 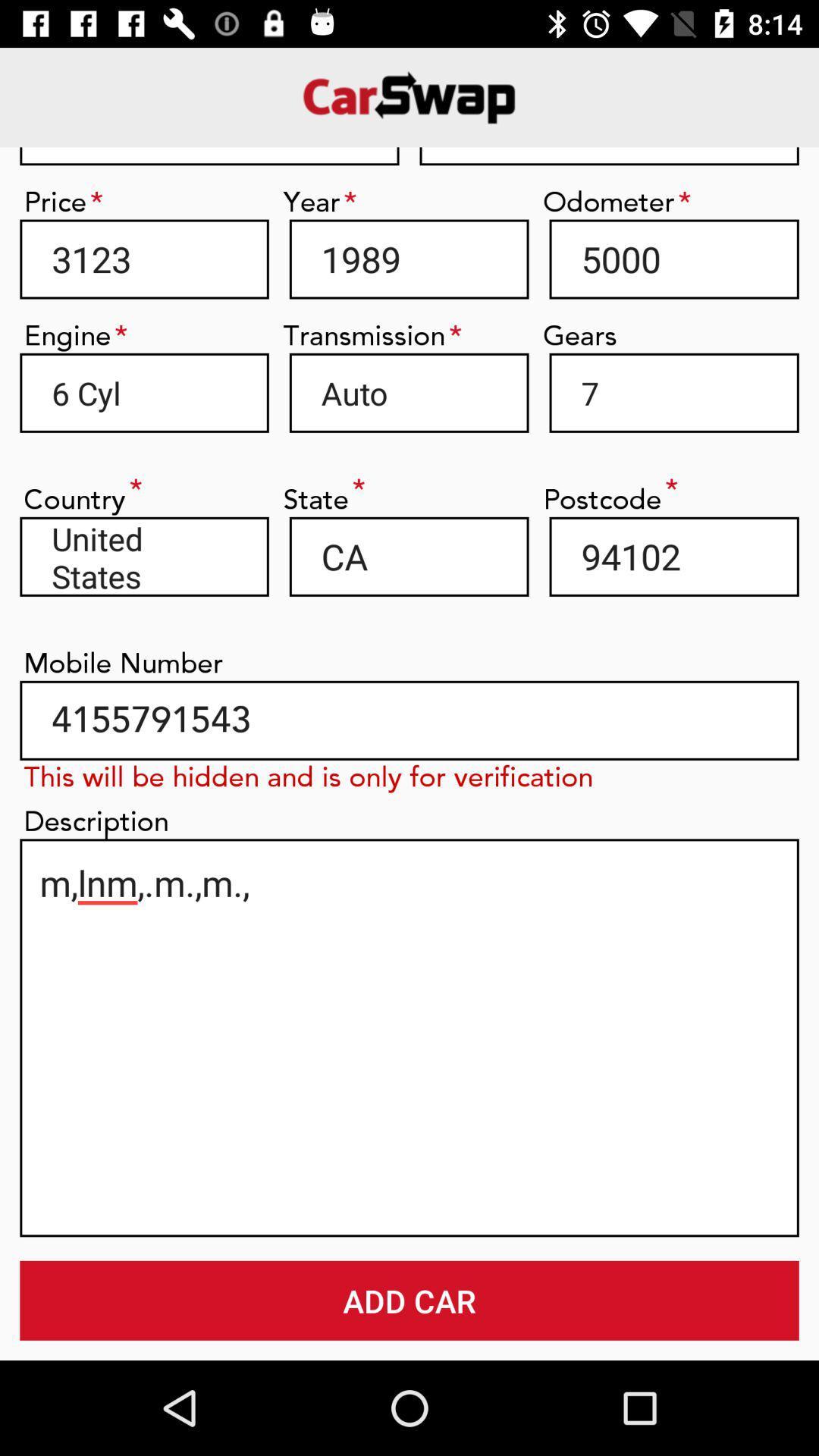 I want to click on the icon above gears item, so click(x=673, y=259).